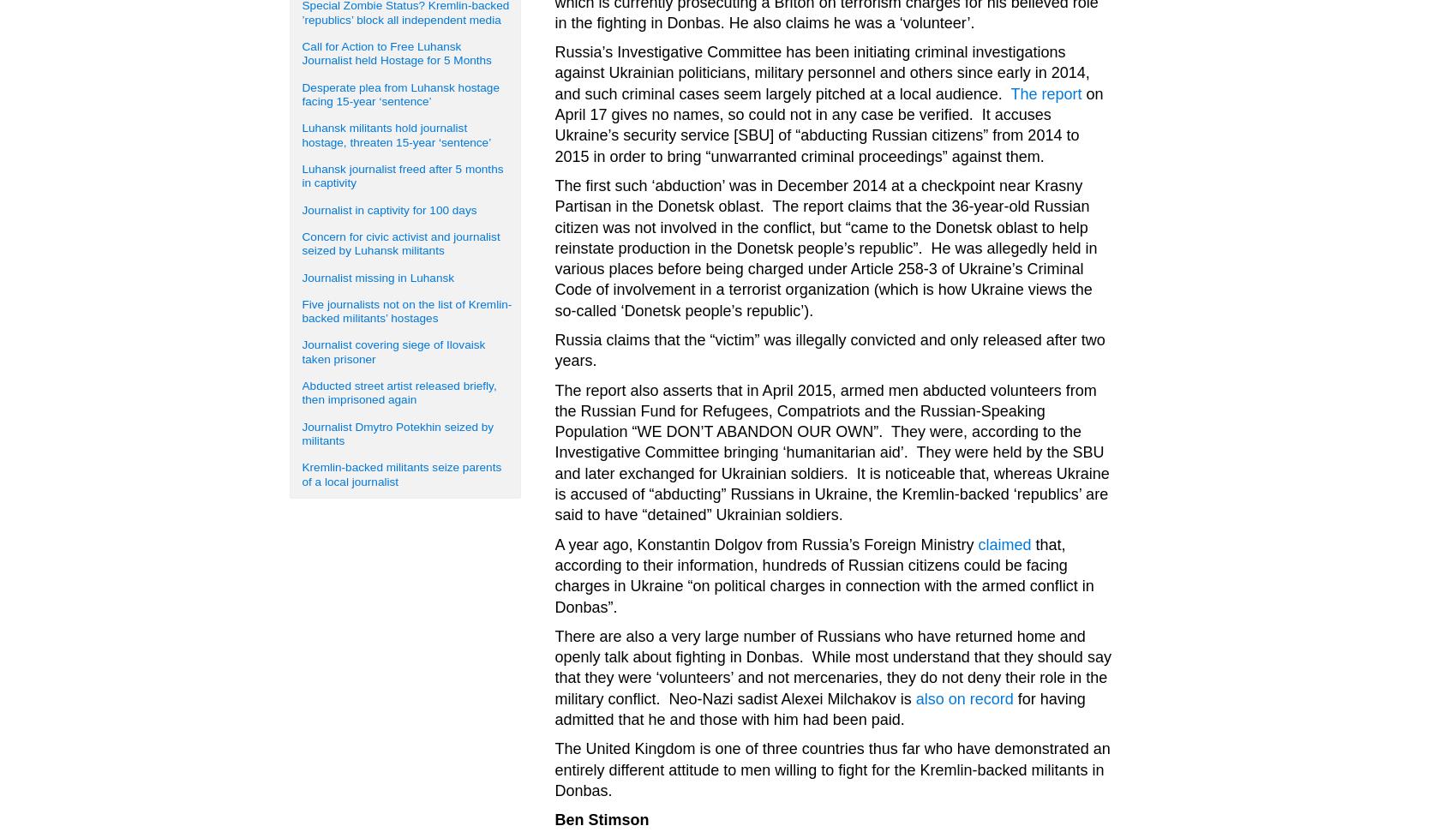 The height and width of the screenshot is (838, 1456). Describe the element at coordinates (914, 697) in the screenshot. I see `'also on record'` at that location.